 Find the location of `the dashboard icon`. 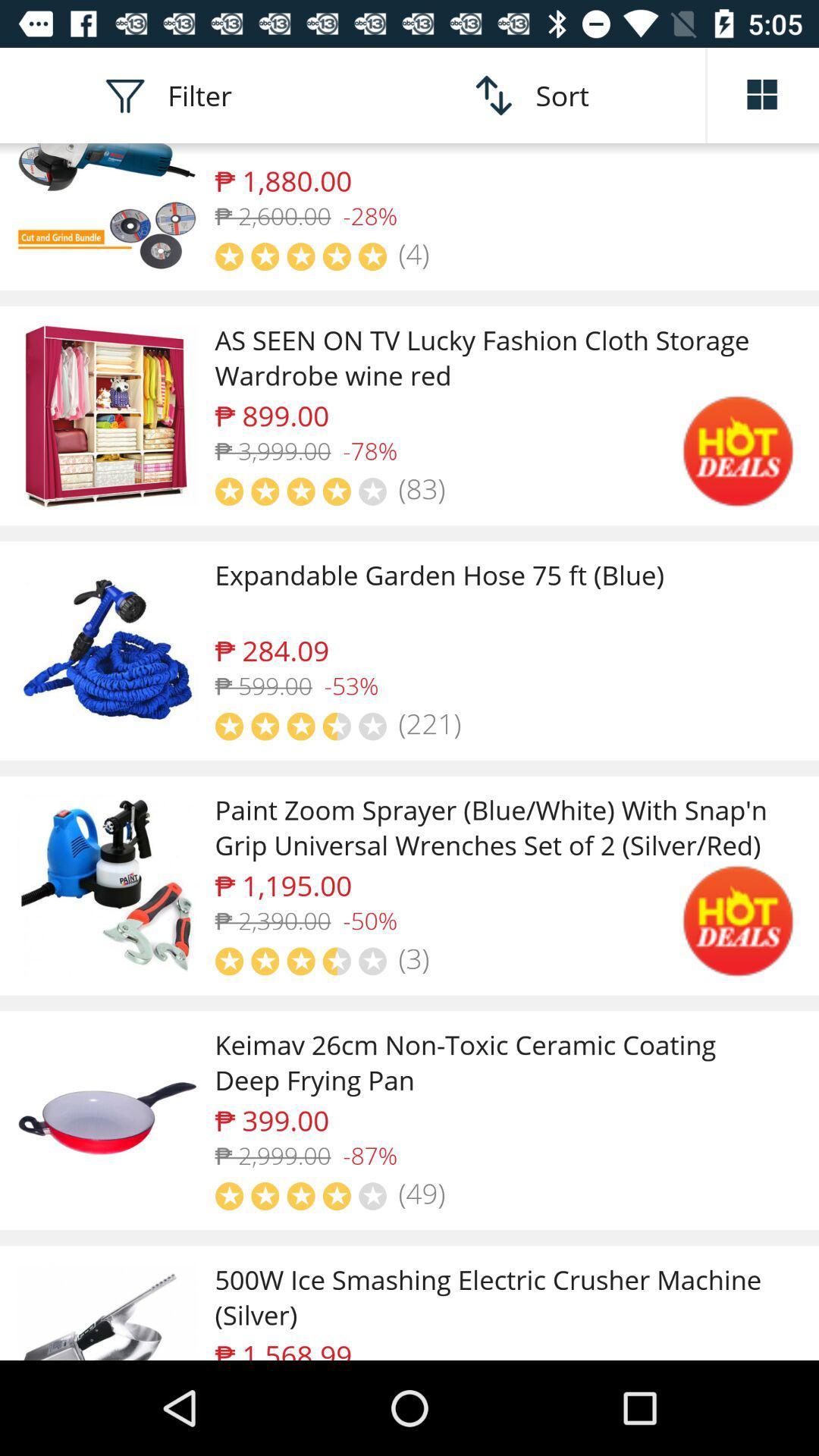

the dashboard icon is located at coordinates (763, 94).